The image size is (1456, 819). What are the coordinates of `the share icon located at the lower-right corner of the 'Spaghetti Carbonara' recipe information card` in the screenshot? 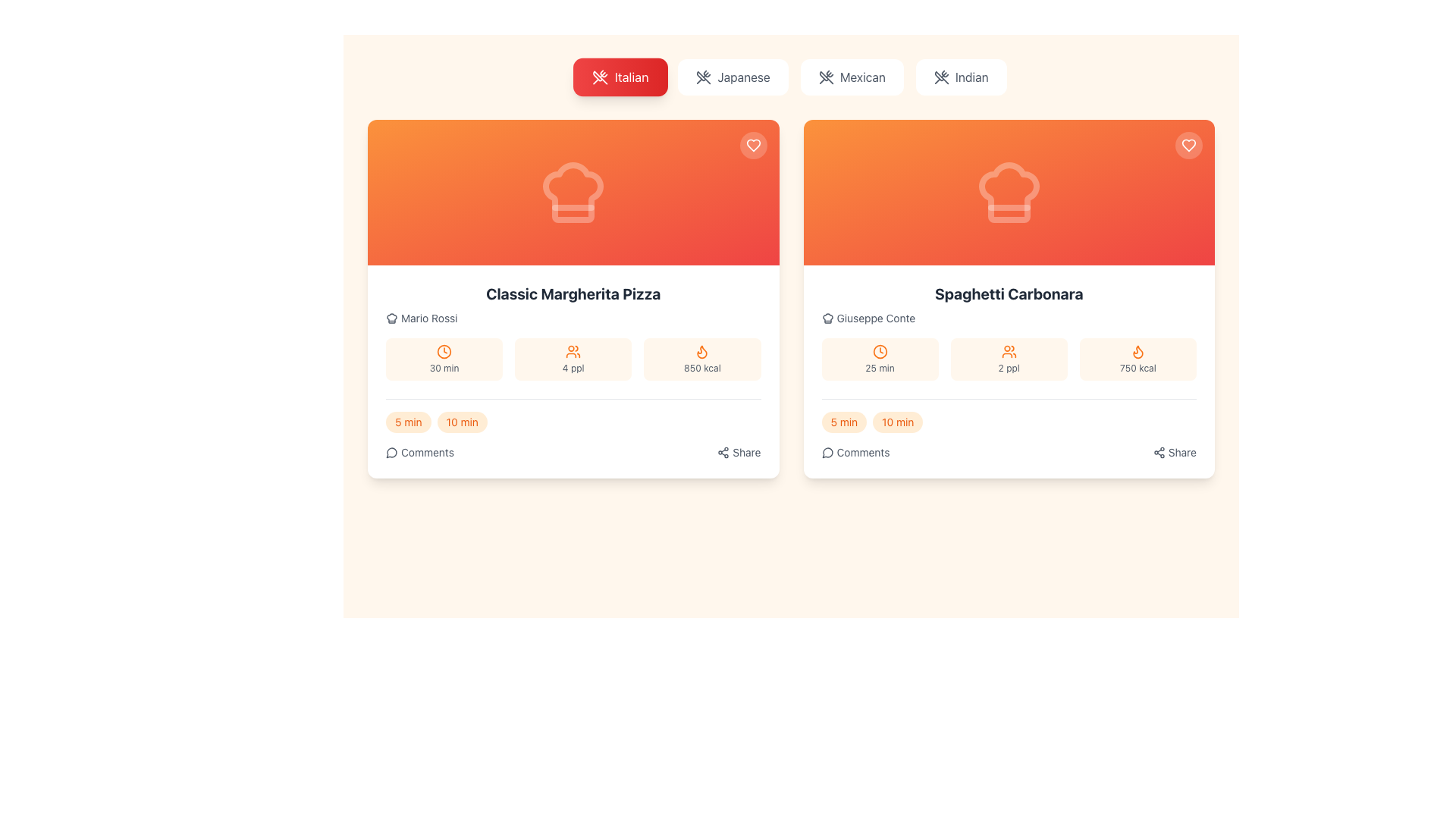 It's located at (1158, 452).